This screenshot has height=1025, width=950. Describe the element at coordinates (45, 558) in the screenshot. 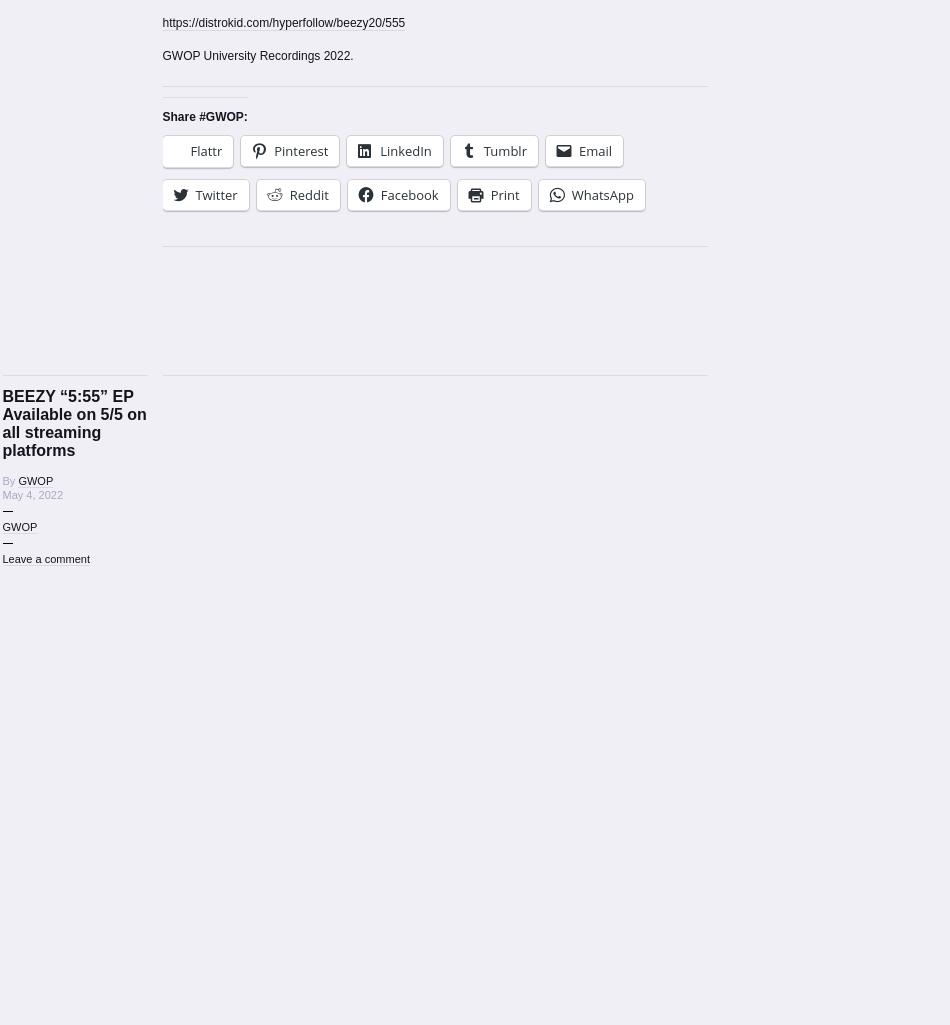

I see `'Leave a comment'` at that location.